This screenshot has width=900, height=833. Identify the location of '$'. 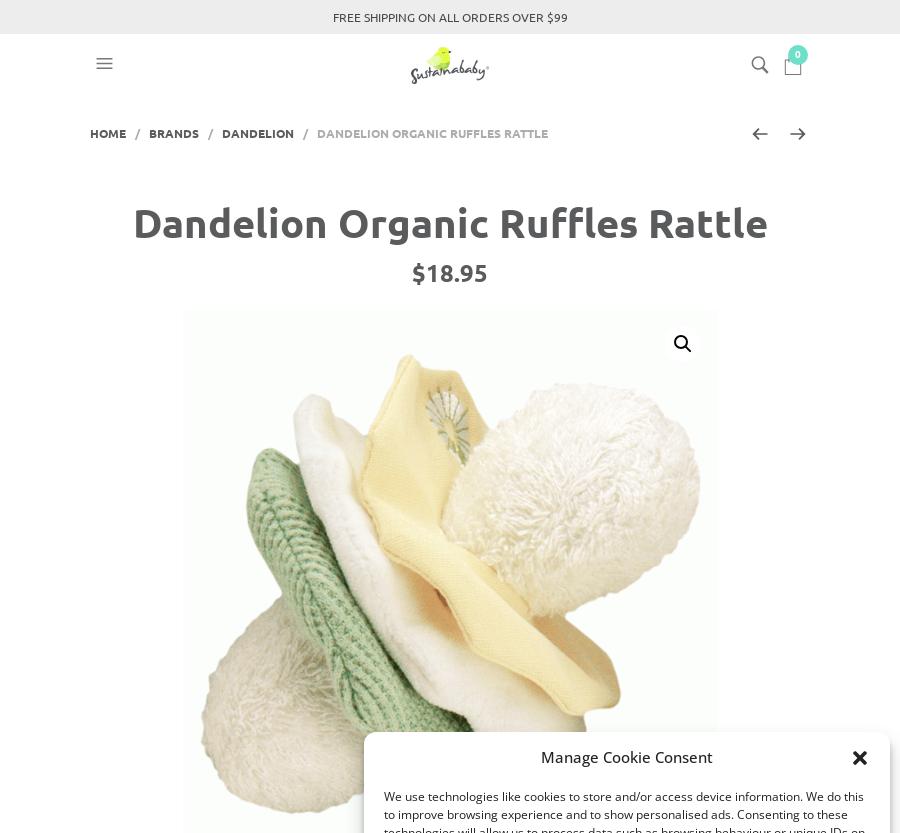
(419, 272).